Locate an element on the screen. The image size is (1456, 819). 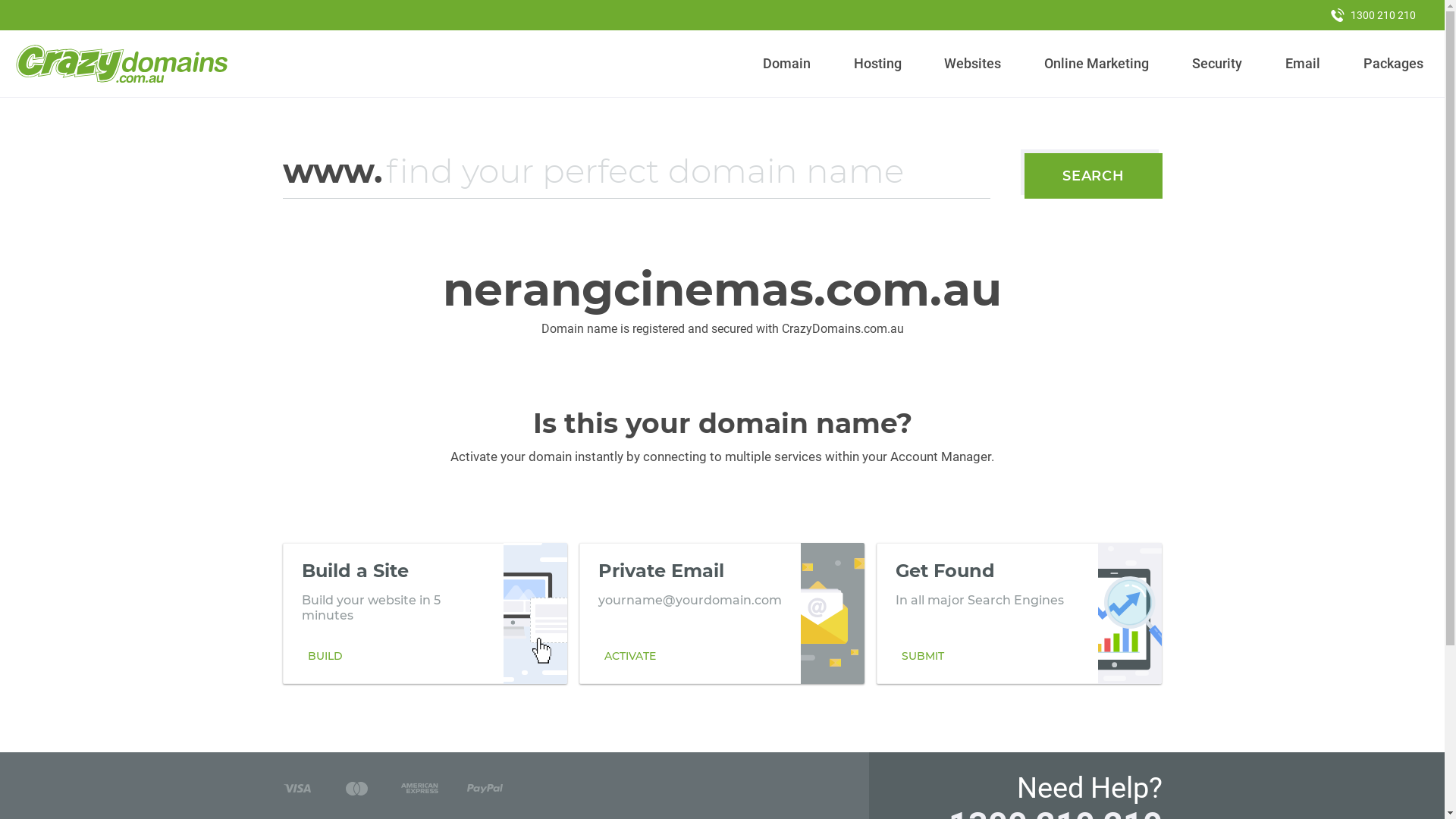
'Domain' is located at coordinates (786, 63).